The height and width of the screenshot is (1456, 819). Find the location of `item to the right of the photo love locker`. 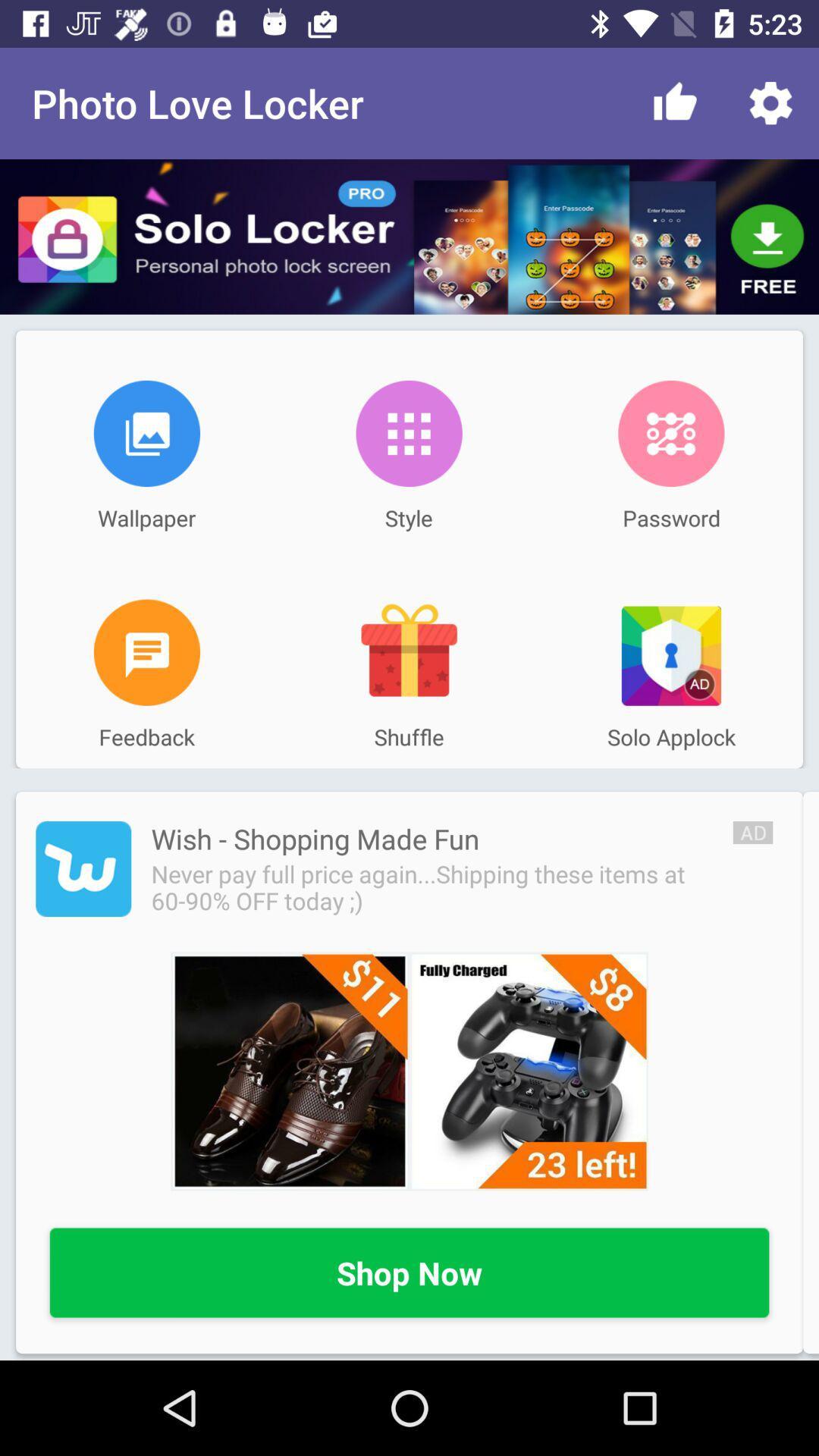

item to the right of the photo love locker is located at coordinates (675, 102).